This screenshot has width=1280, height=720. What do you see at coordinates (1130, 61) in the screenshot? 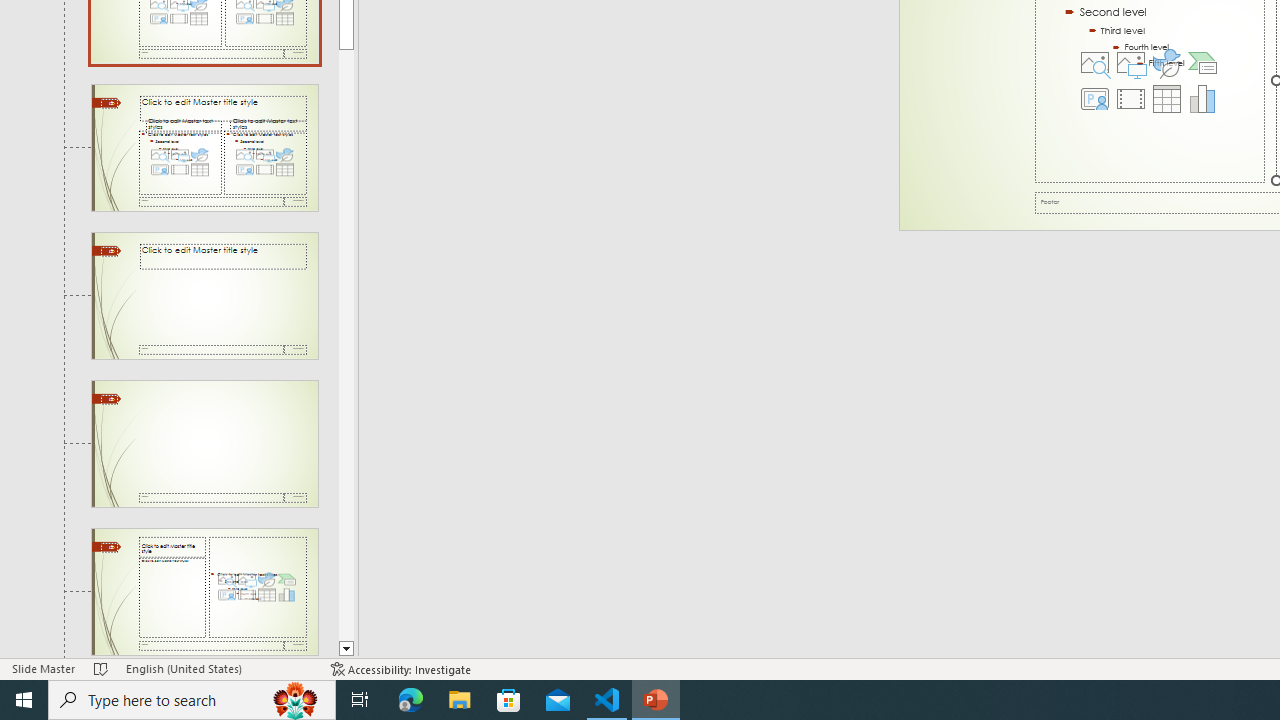
I see `'Pictures'` at bounding box center [1130, 61].